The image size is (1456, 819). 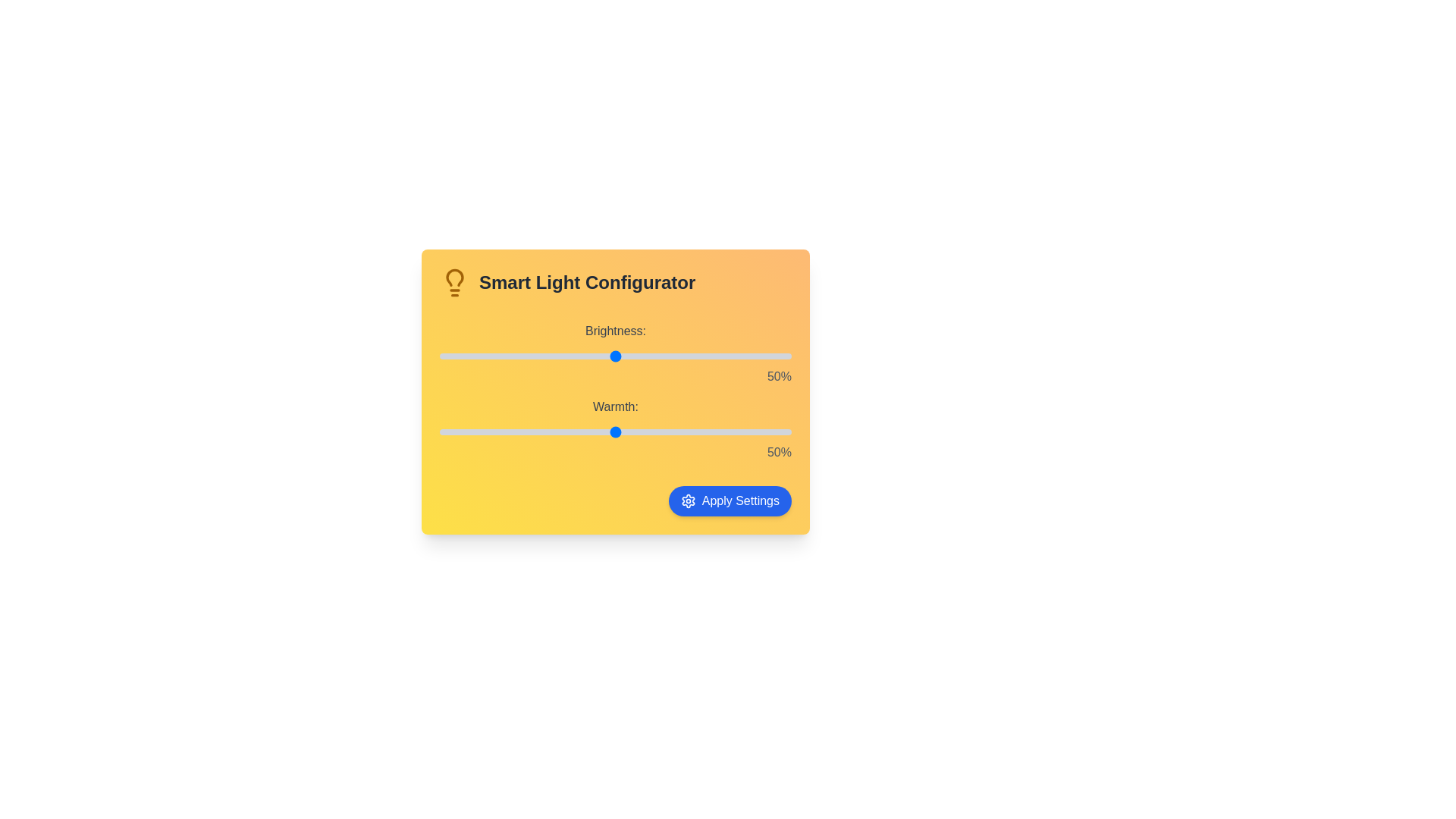 I want to click on the Text Heading labeled 'Smart Light Configurator' located to the right of the lightbulb icon in the top portion of the light orange card interface, so click(x=586, y=283).